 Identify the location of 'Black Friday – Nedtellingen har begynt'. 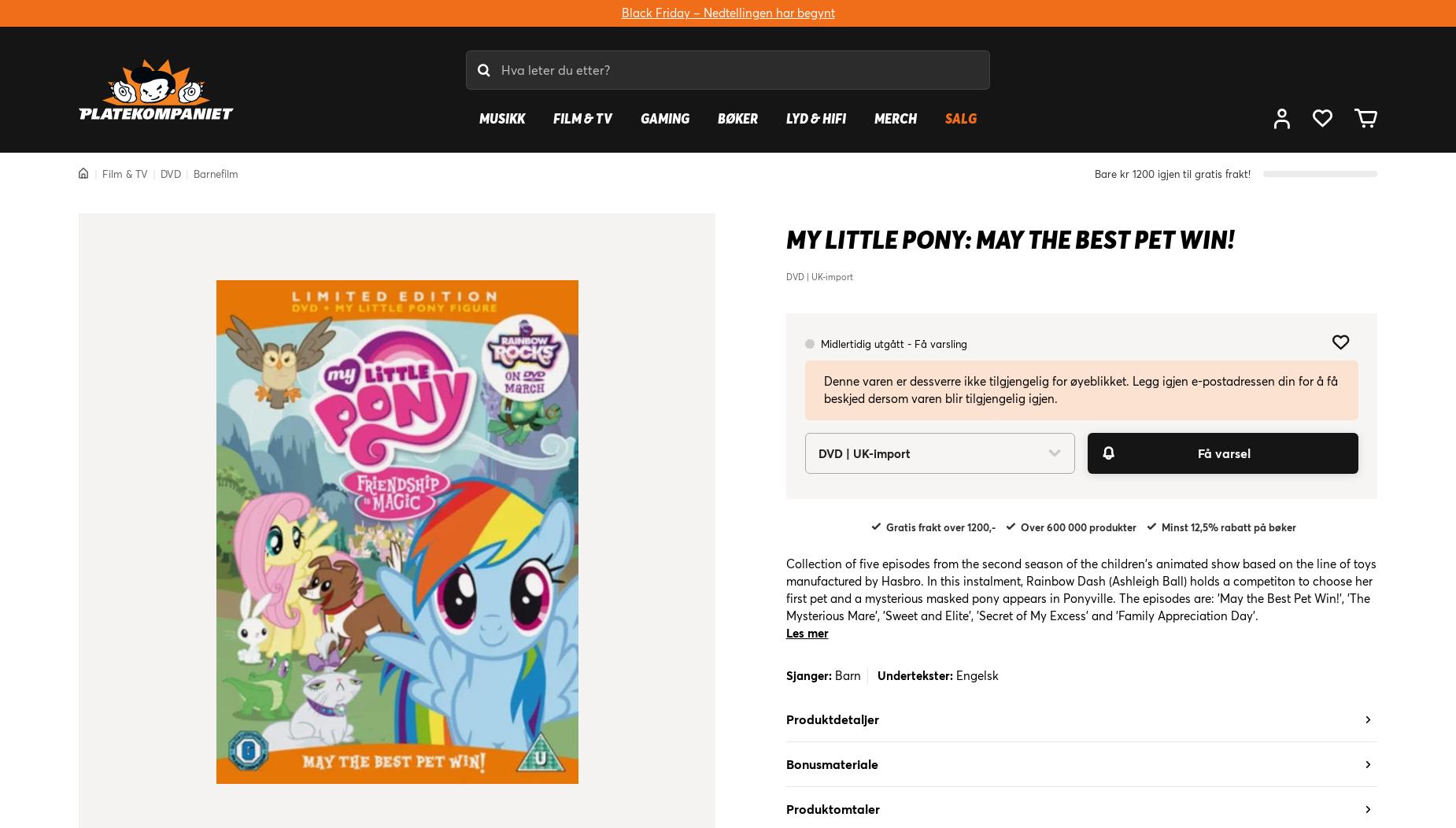
(727, 13).